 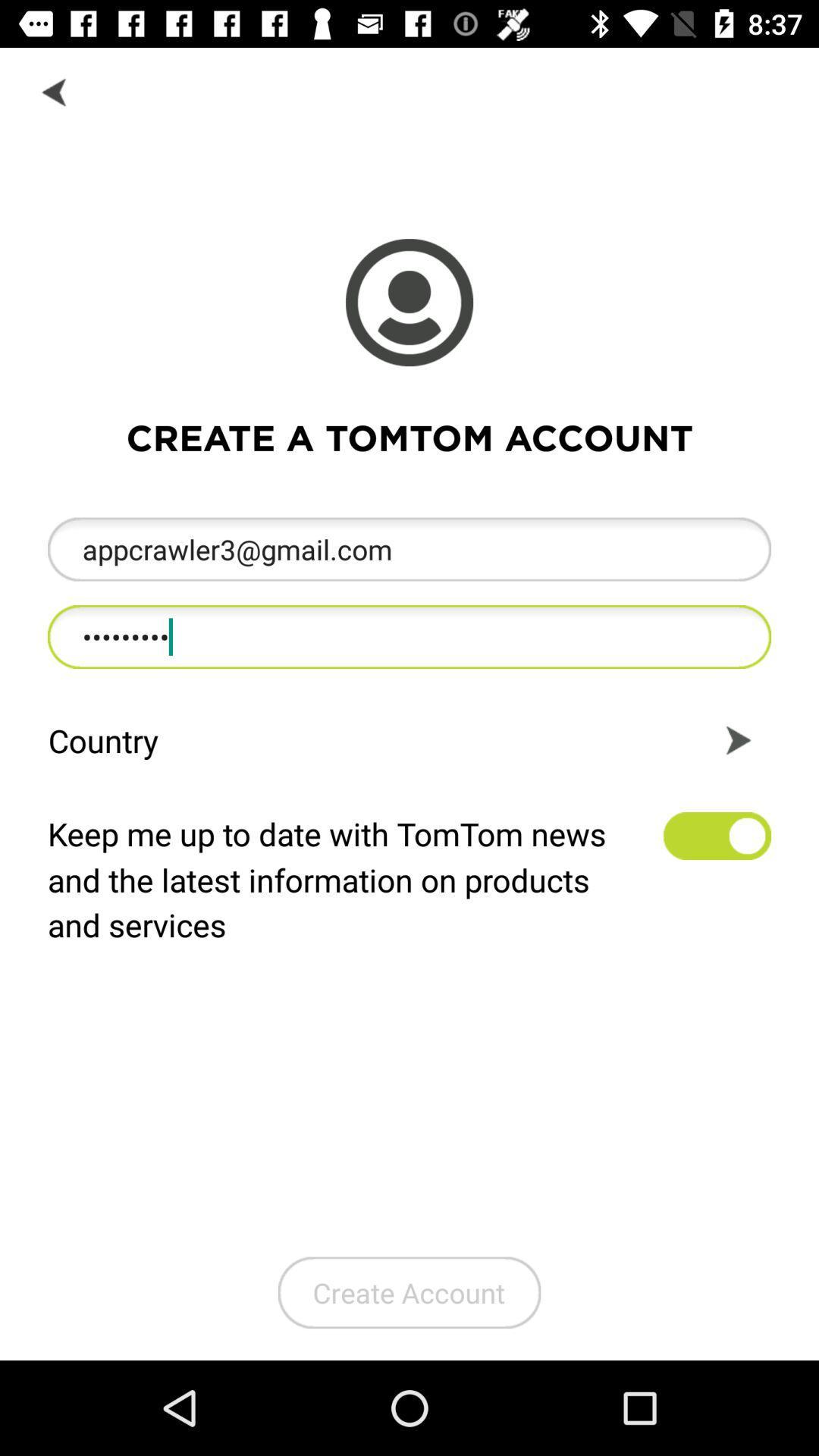 What do you see at coordinates (717, 835) in the screenshot?
I see `keep on` at bounding box center [717, 835].